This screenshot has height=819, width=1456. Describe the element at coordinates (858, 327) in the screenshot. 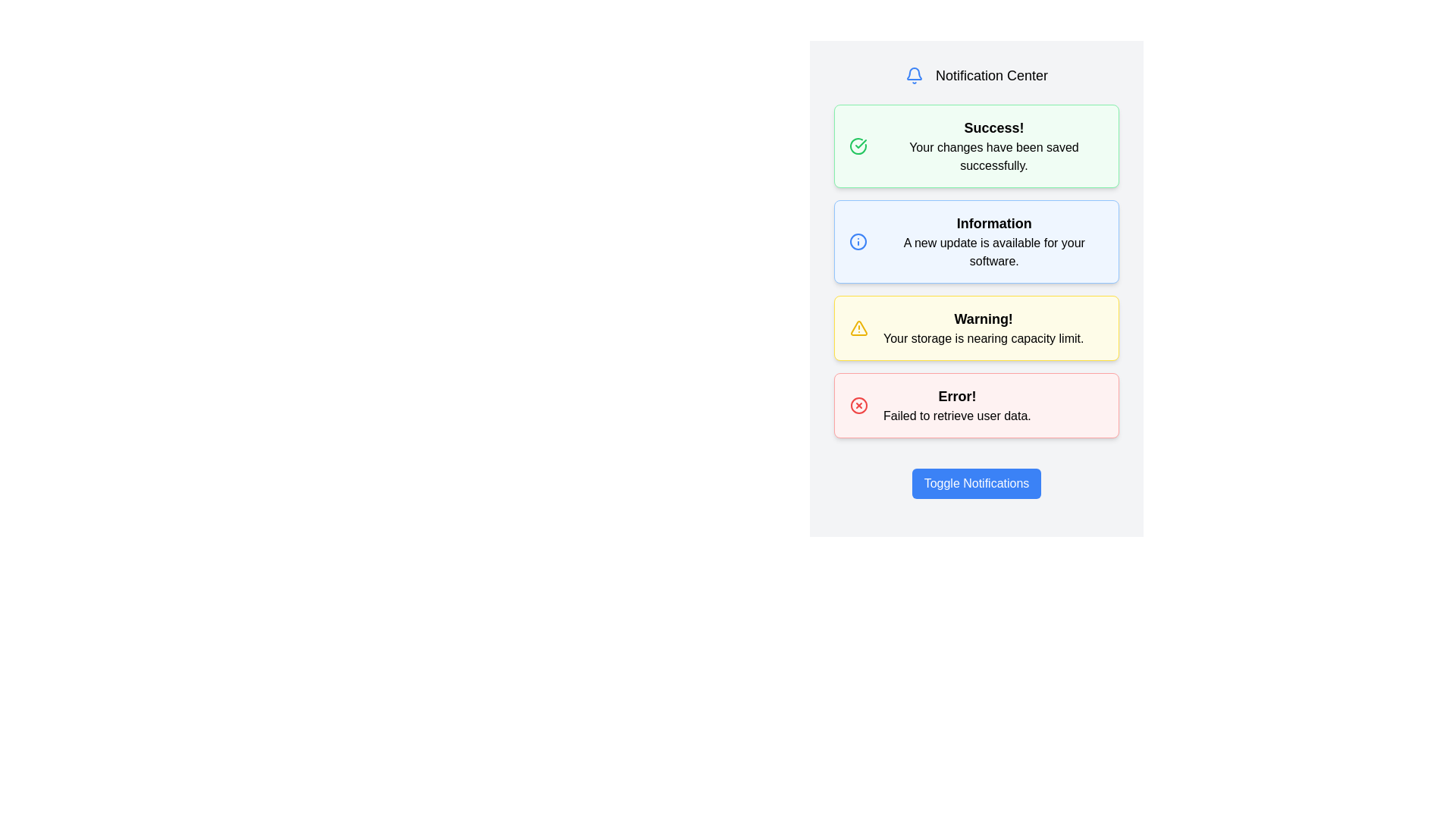

I see `the triangular yellow warning icon with an exclamation mark, located within the warning notification box that states 'Warning! Your storage is nearing capacity limit.'` at that location.